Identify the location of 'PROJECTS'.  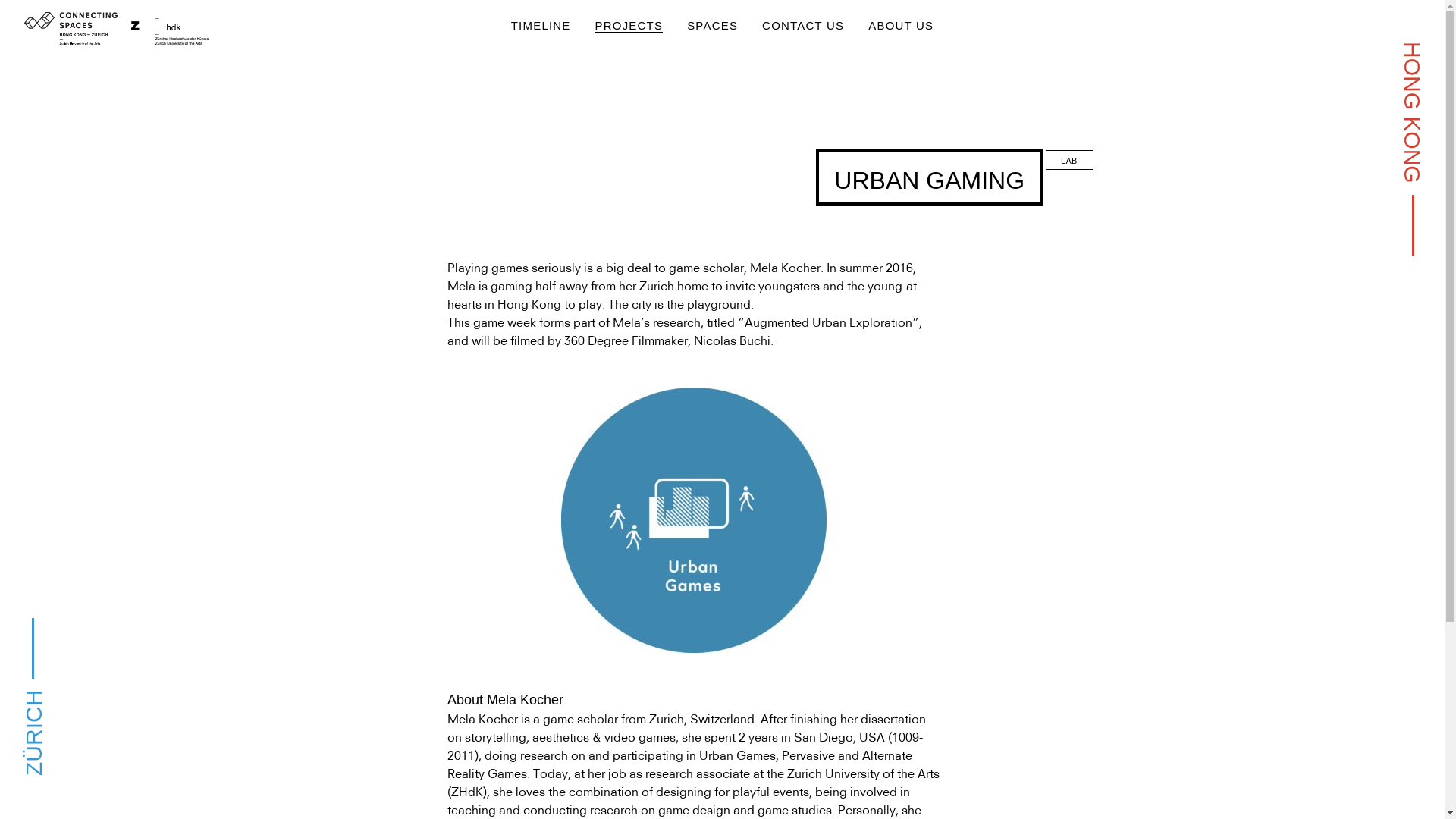
(629, 26).